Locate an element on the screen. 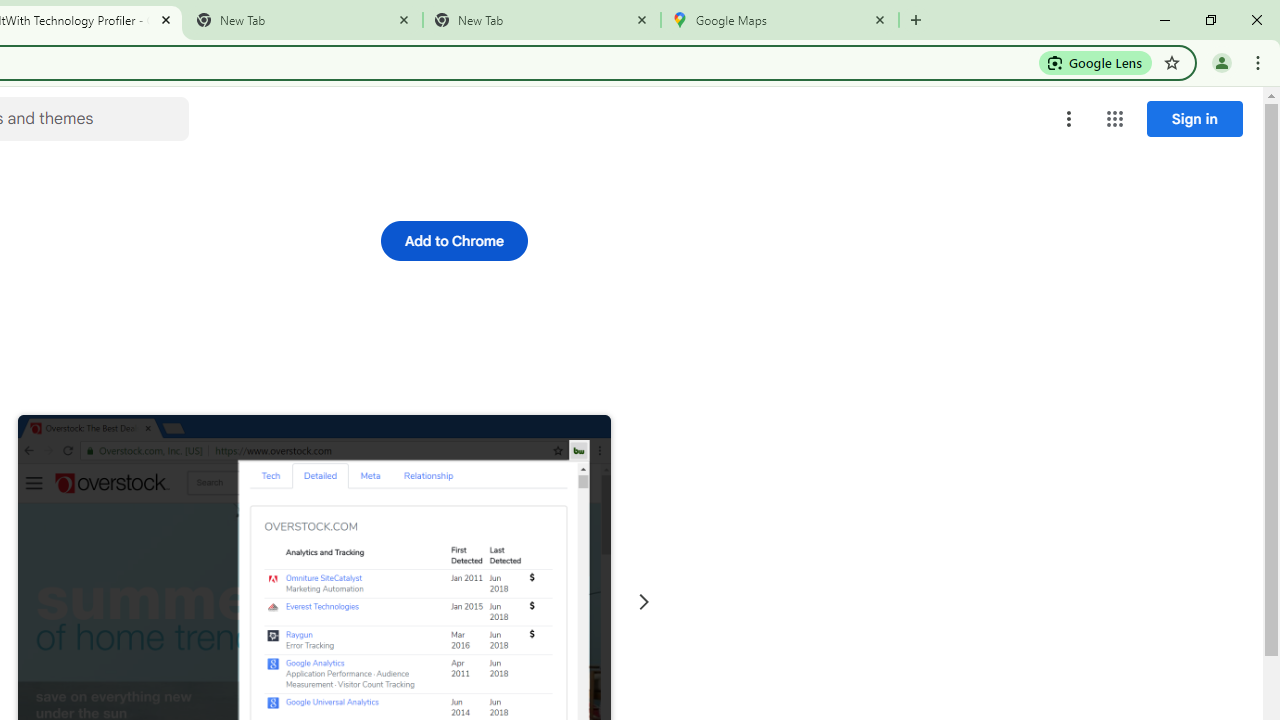 Image resolution: width=1280 pixels, height=720 pixels. 'Sign in' is located at coordinates (1194, 118).